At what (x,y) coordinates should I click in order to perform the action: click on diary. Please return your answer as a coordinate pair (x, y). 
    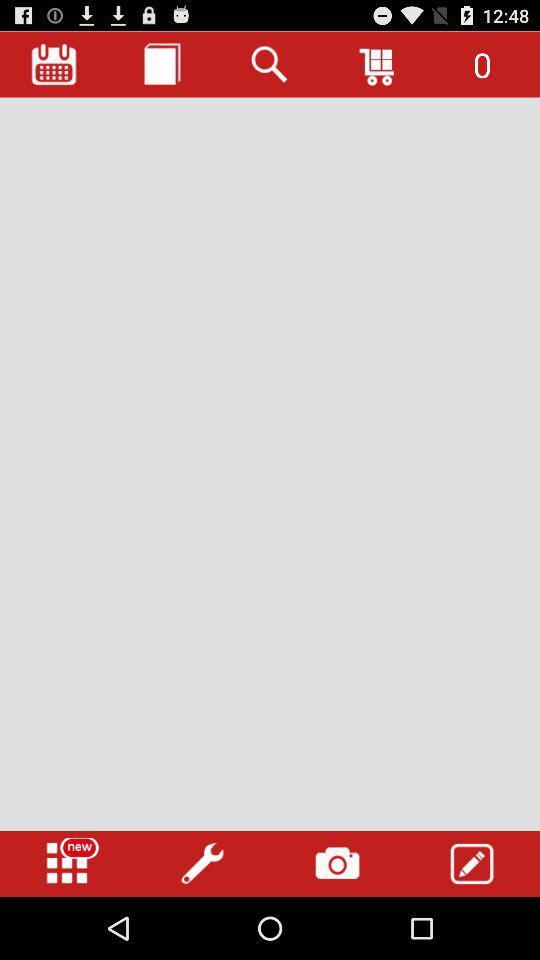
    Looking at the image, I should click on (161, 64).